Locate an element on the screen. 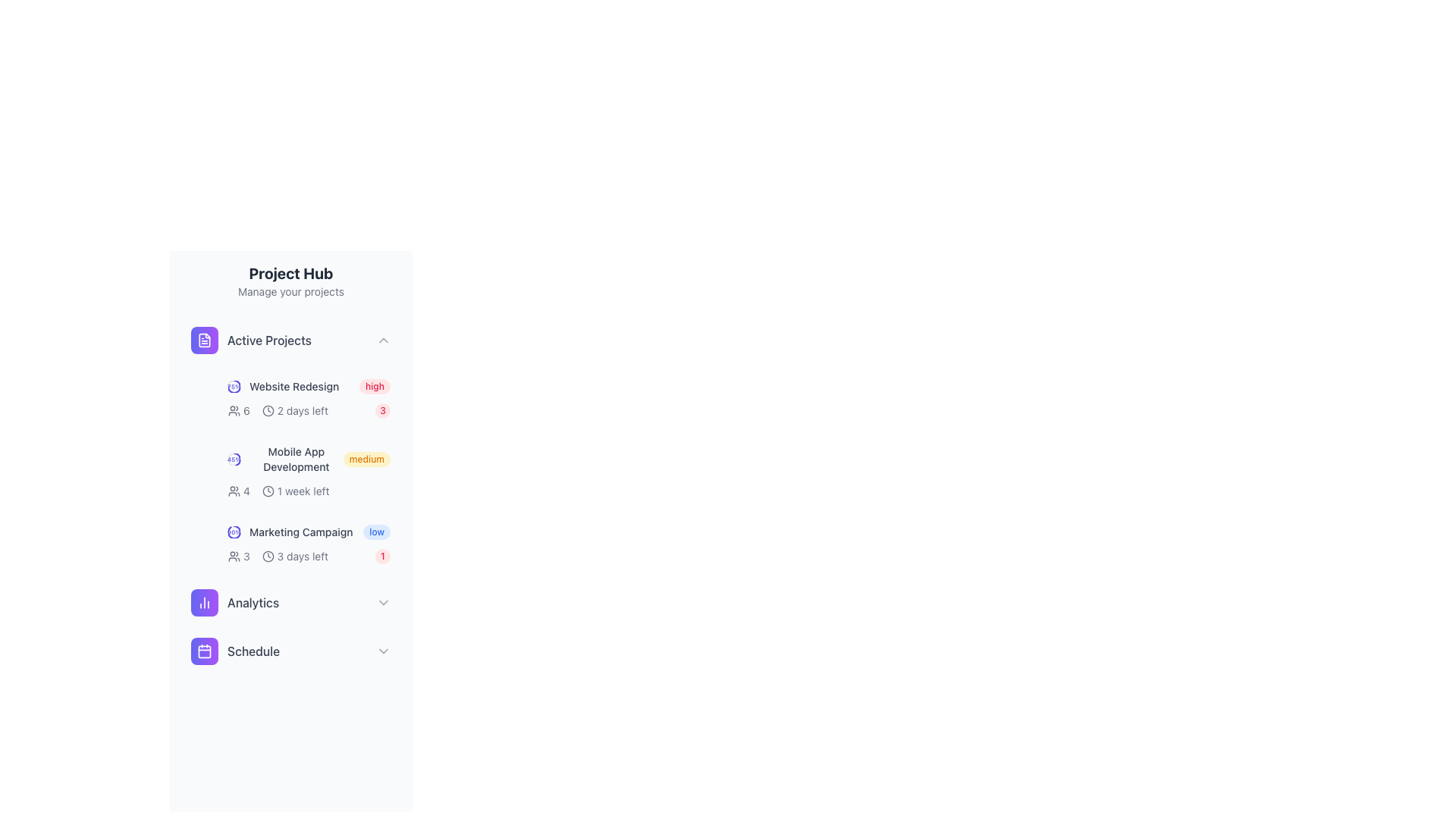 This screenshot has height=819, width=1456. the text label displaying the number '3' in gray font, which is positioned within the 'Marketing Campaign' project under 'Active Projects', to the left of '3 days left' is located at coordinates (238, 556).